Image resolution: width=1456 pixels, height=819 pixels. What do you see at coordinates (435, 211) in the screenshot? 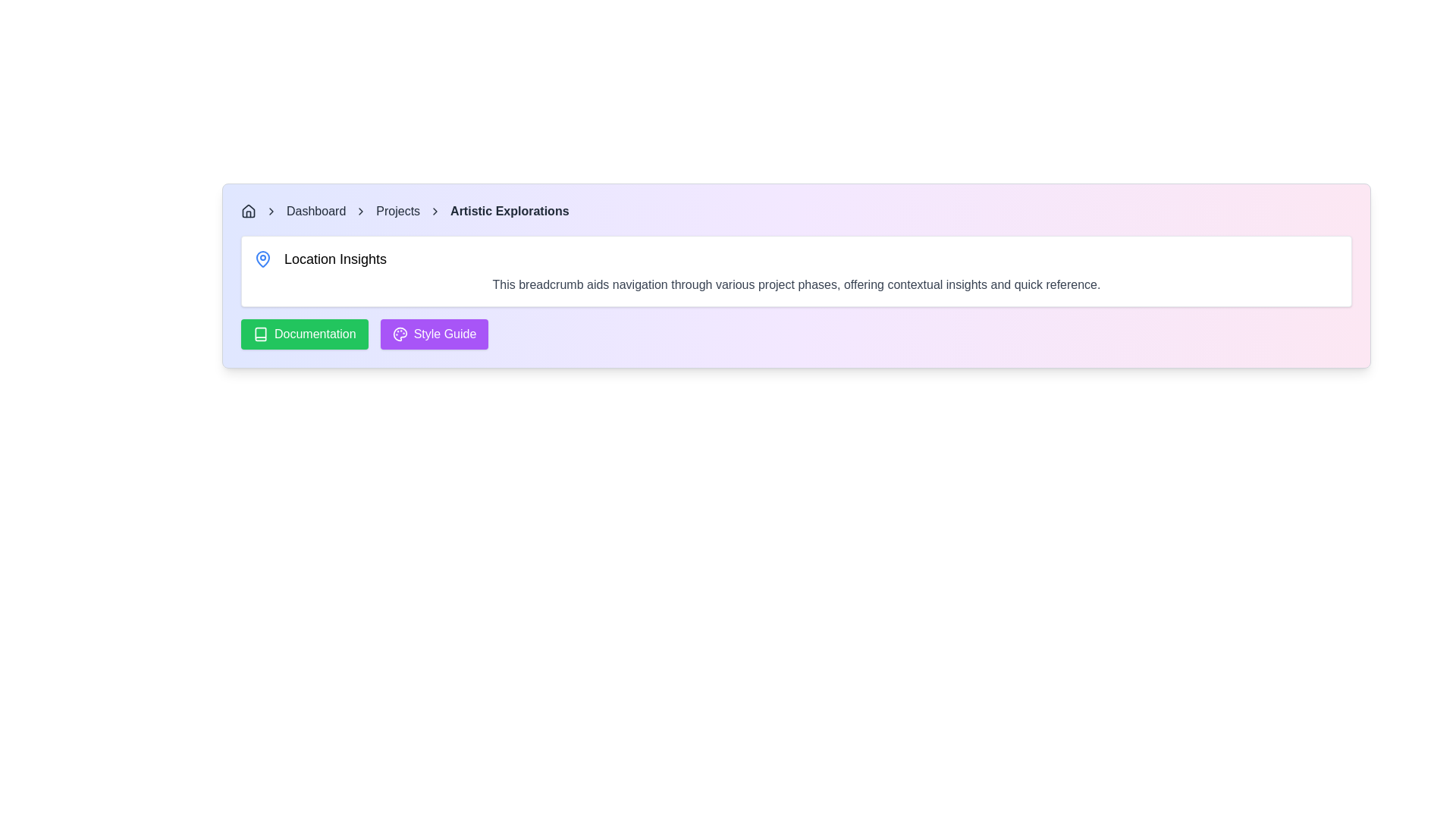
I see `the small right-pointing chevron icon in the breadcrumb navigation bar that follows the text 'Projects' and precedes 'Artistic Explorations', if it is interactive` at bounding box center [435, 211].